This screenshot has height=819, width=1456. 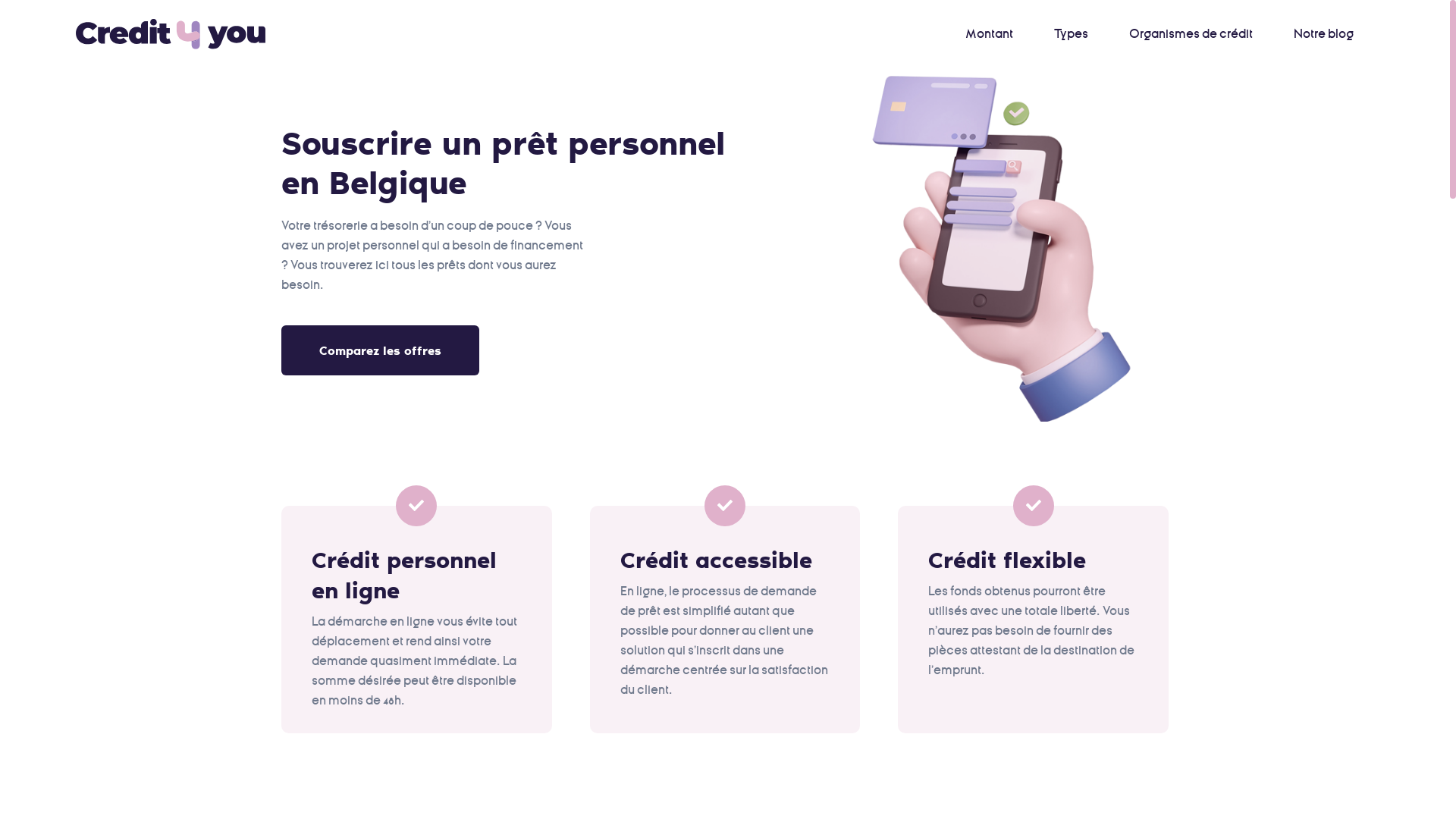 What do you see at coordinates (380, 350) in the screenshot?
I see `'Comparez les offres'` at bounding box center [380, 350].